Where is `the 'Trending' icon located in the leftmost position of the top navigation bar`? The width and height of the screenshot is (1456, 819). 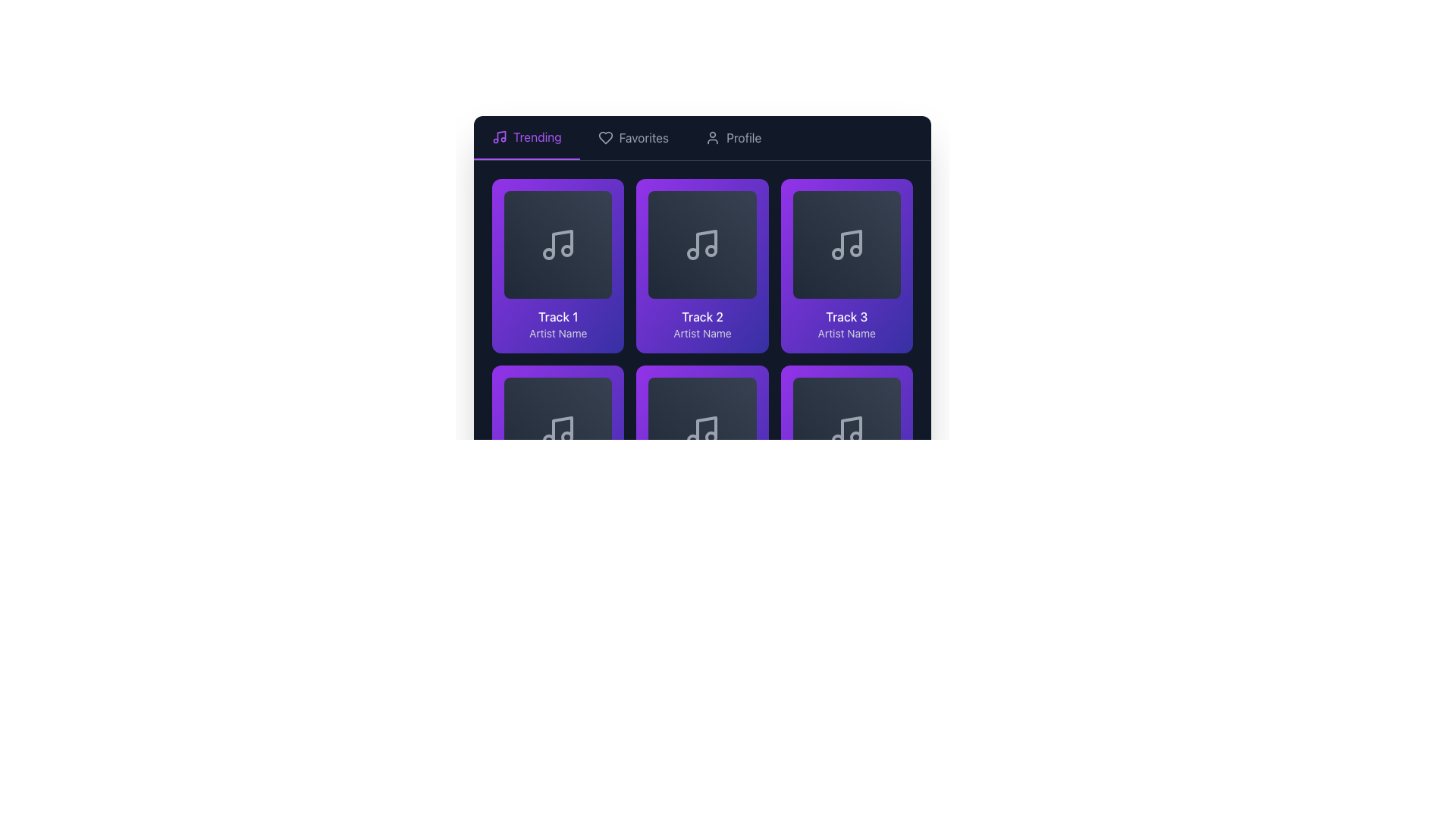
the 'Trending' icon located in the leftmost position of the top navigation bar is located at coordinates (499, 137).